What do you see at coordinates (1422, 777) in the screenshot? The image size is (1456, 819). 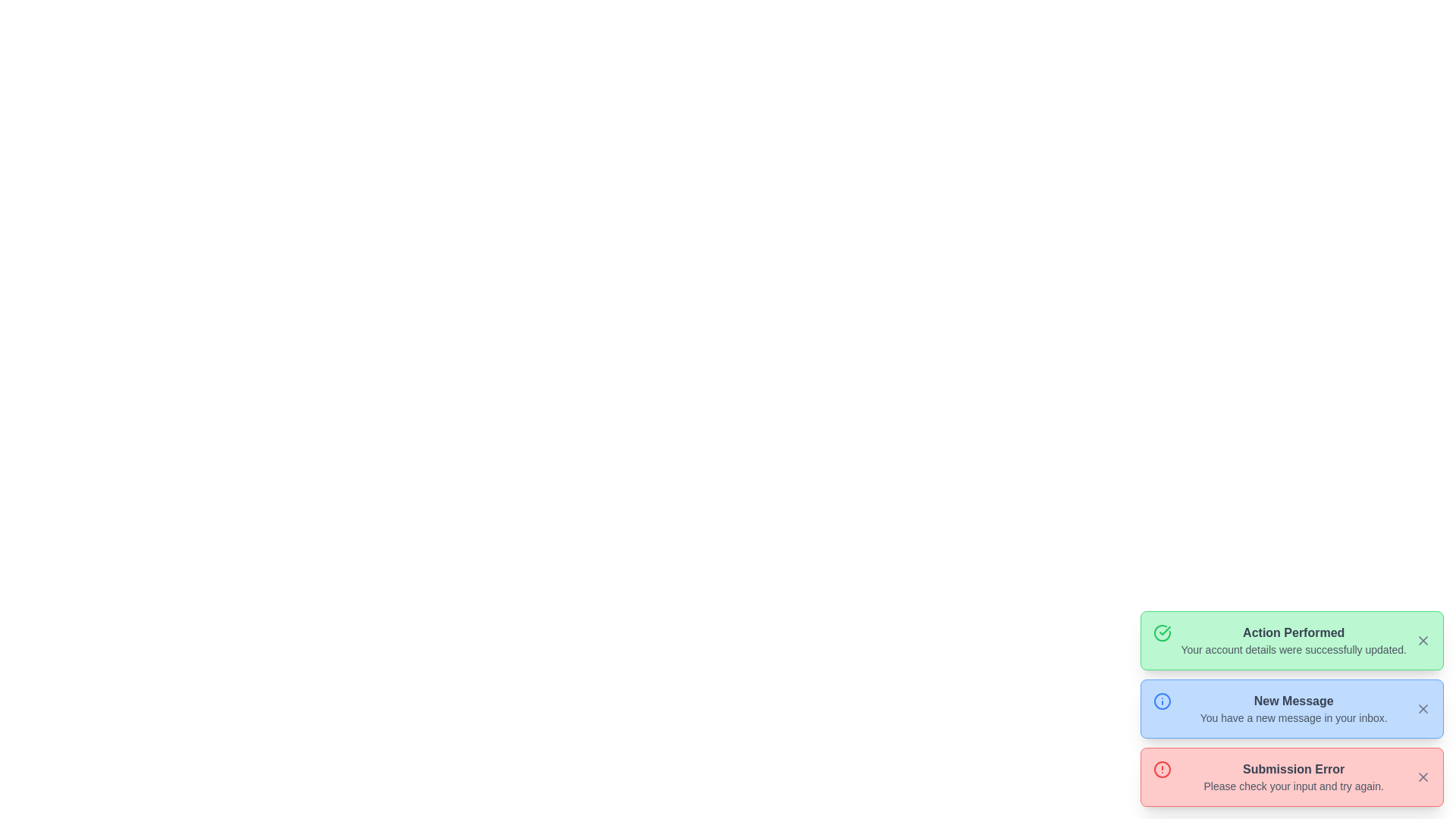 I see `the 'X' icon button in light gray located on the right edge of the 'Submission Error' notification box` at bounding box center [1422, 777].